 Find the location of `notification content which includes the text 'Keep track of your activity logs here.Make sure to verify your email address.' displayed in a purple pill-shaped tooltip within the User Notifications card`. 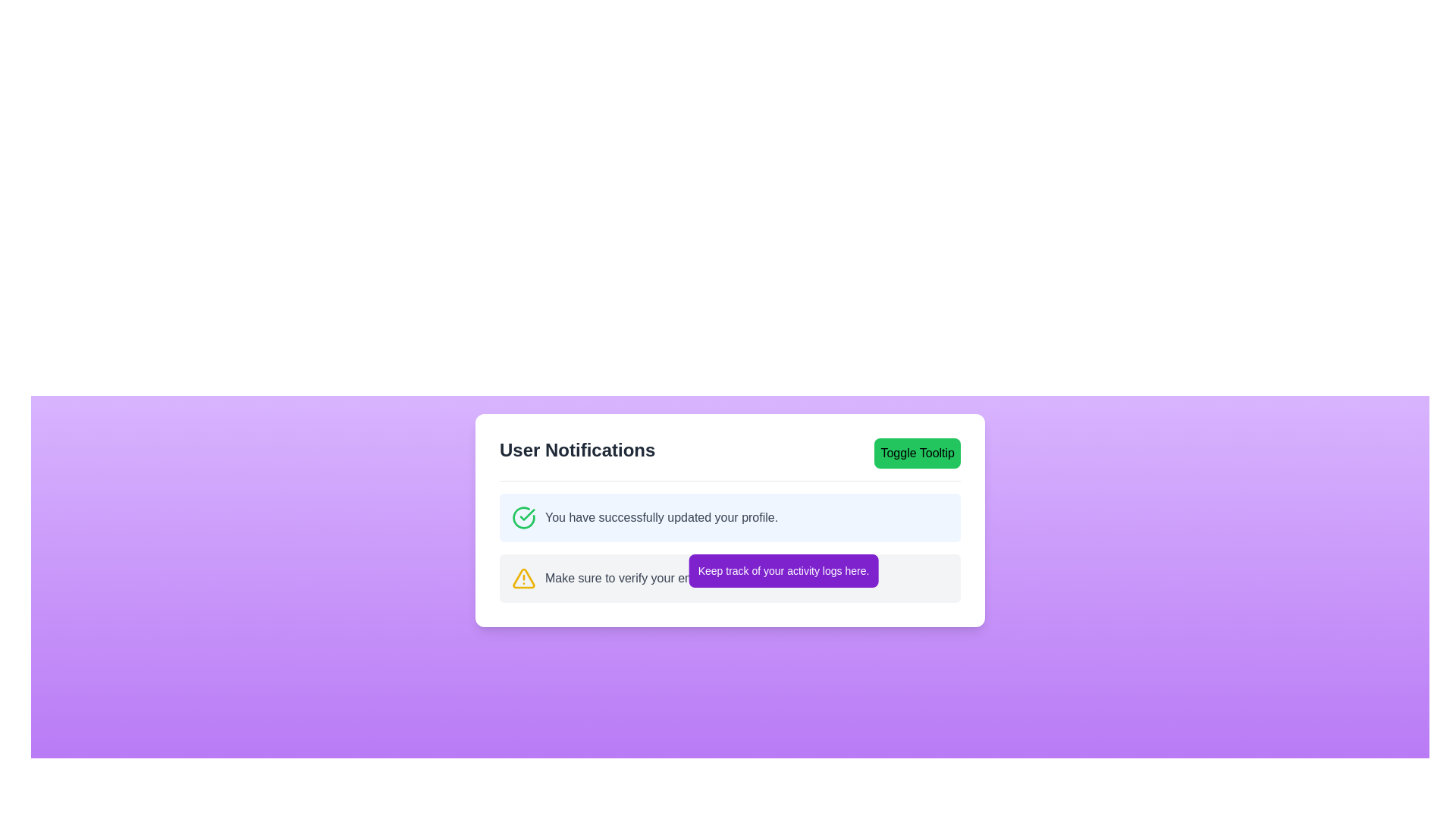

notification content which includes the text 'Keep track of your activity logs here.Make sure to verify your email address.' displayed in a purple pill-shaped tooltip within the User Notifications card is located at coordinates (730, 548).